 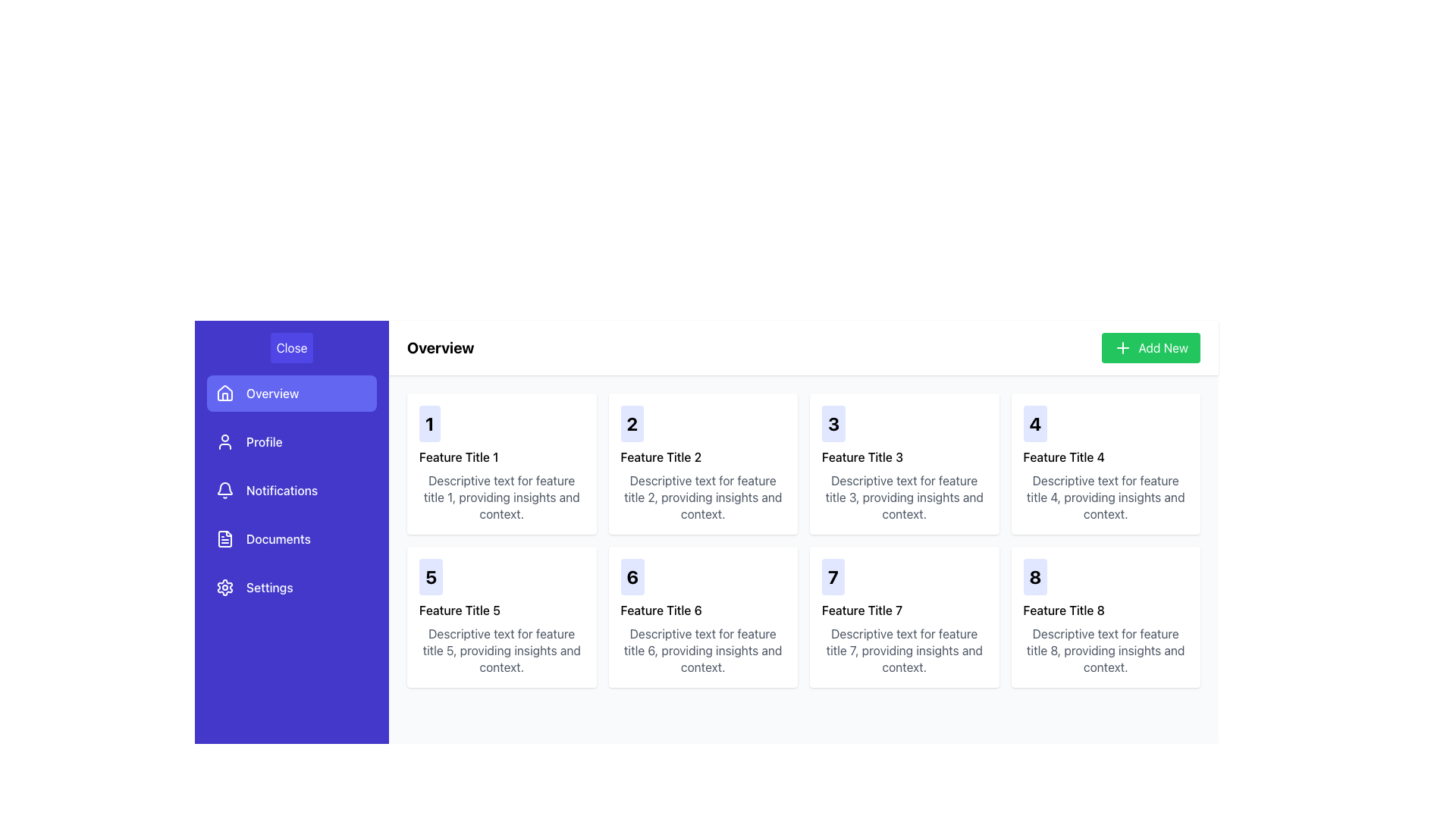 What do you see at coordinates (1034, 576) in the screenshot?
I see `the static text label that identifies and labels the card for 'Feature Title 8', located at the top-left corner of the card` at bounding box center [1034, 576].